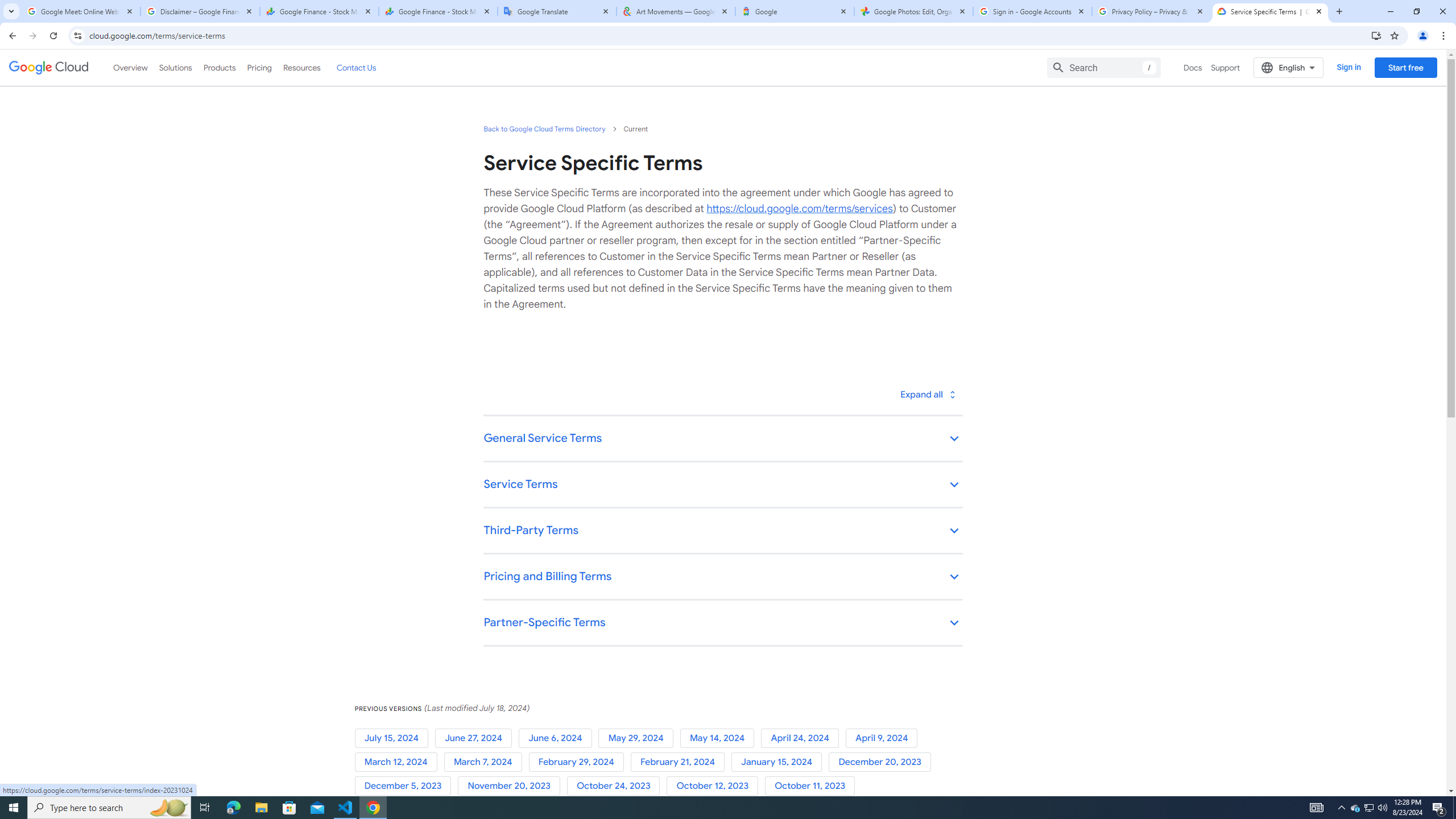 This screenshot has width=1456, height=819. What do you see at coordinates (394, 738) in the screenshot?
I see `'July 15, 2024'` at bounding box center [394, 738].